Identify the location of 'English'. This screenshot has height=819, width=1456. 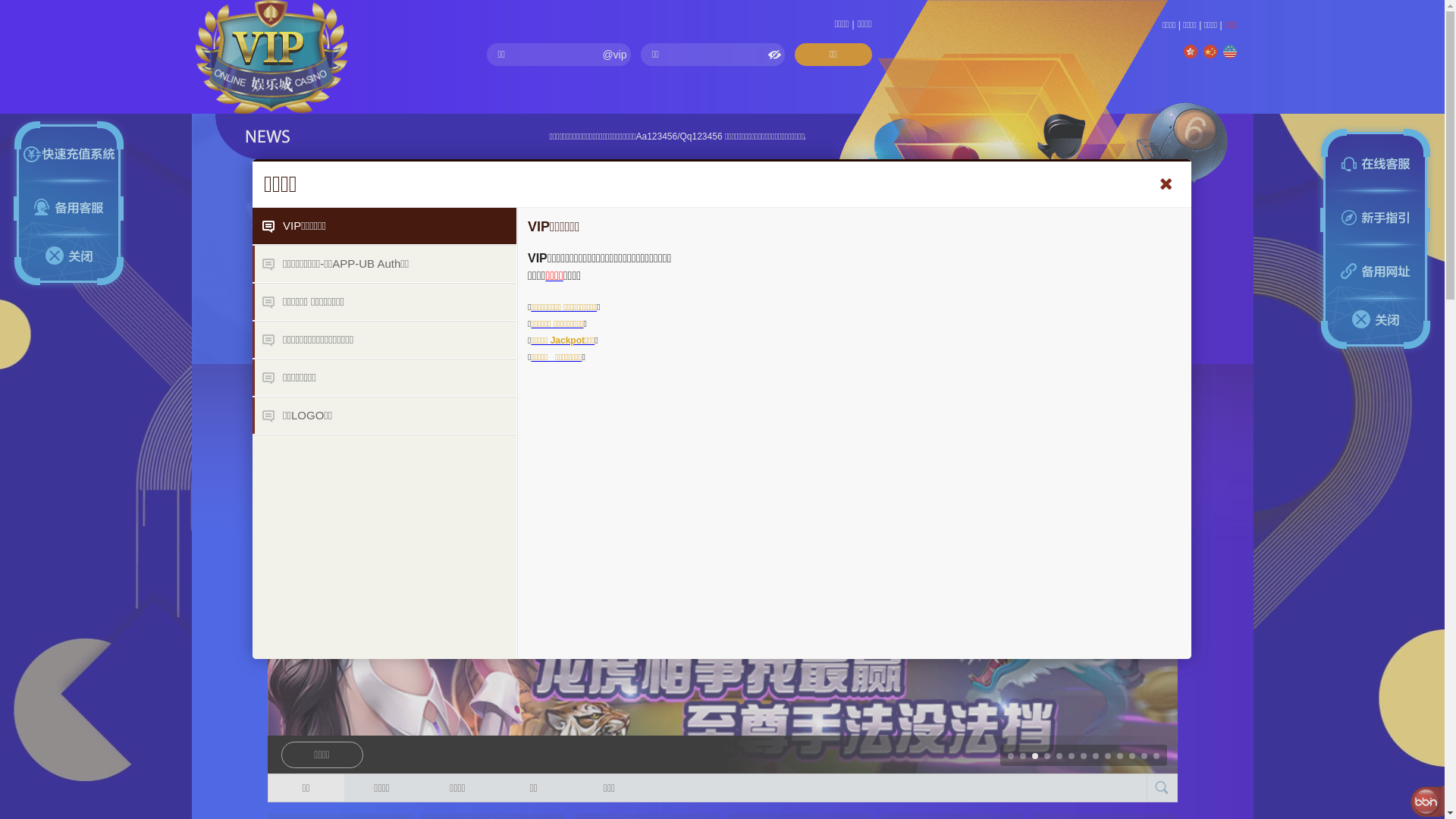
(1229, 51).